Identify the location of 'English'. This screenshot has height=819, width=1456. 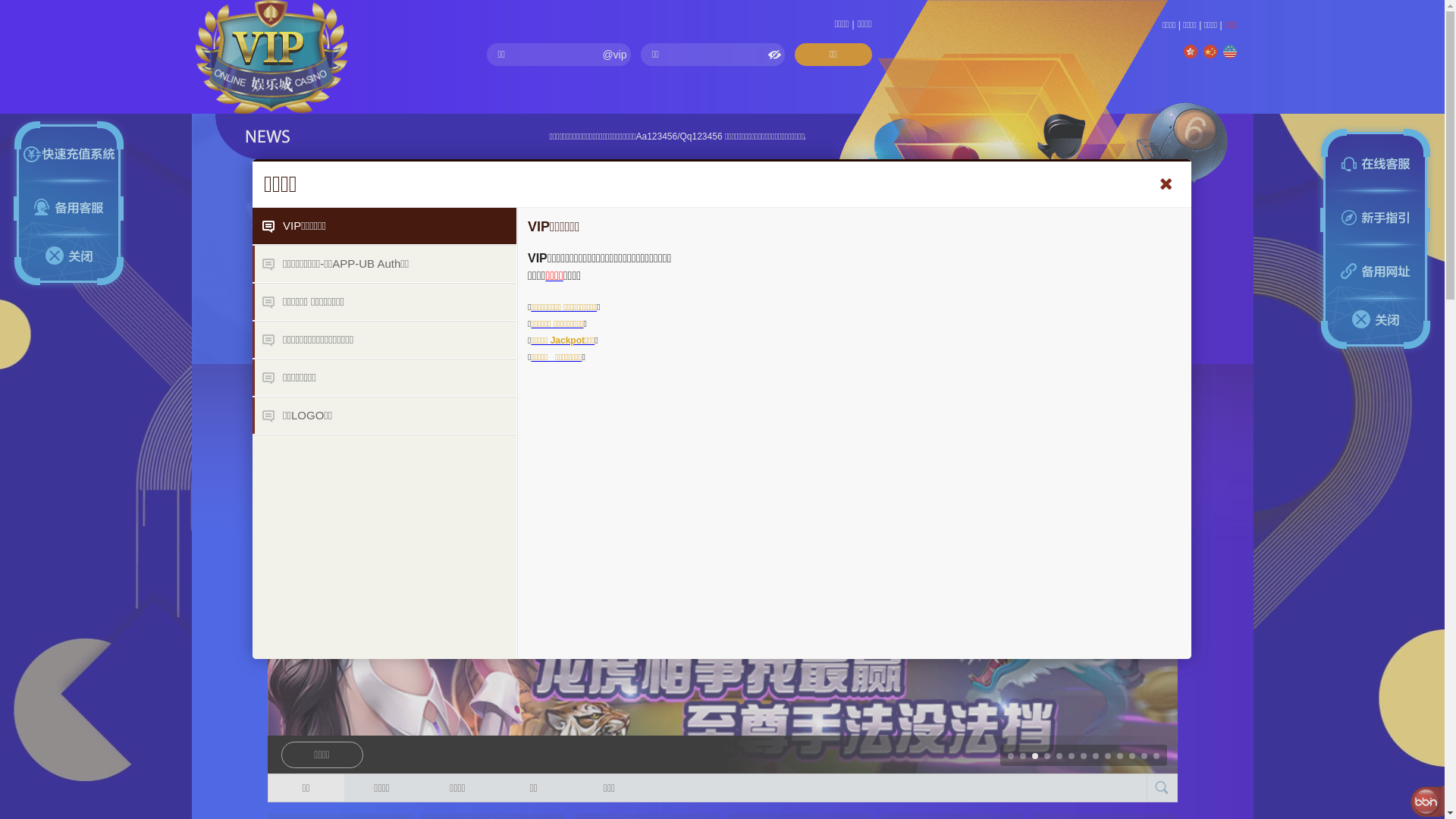
(1229, 51).